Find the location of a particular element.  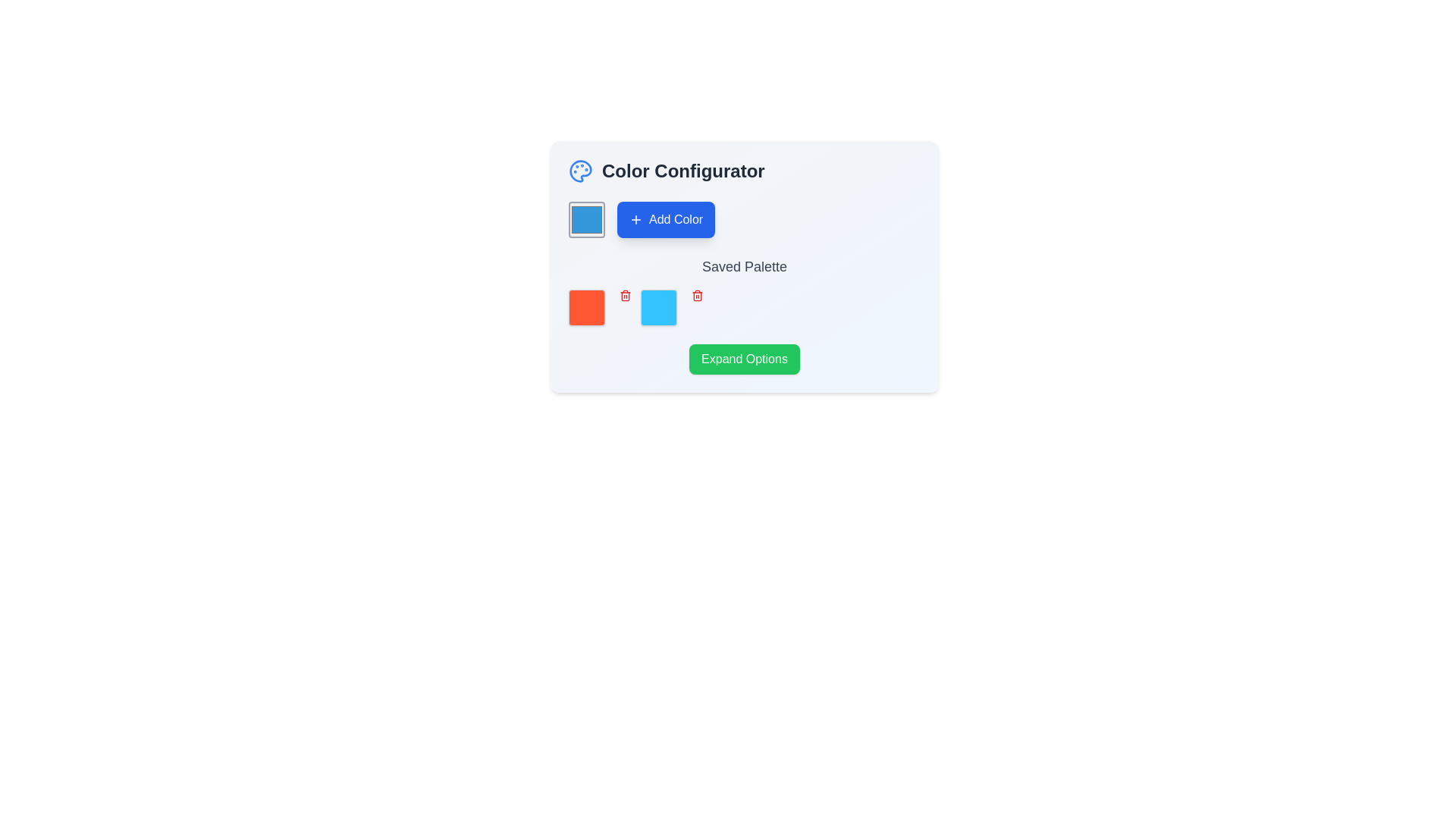

the rectangular 'Add Color' button with a blue background and white text is located at coordinates (666, 219).